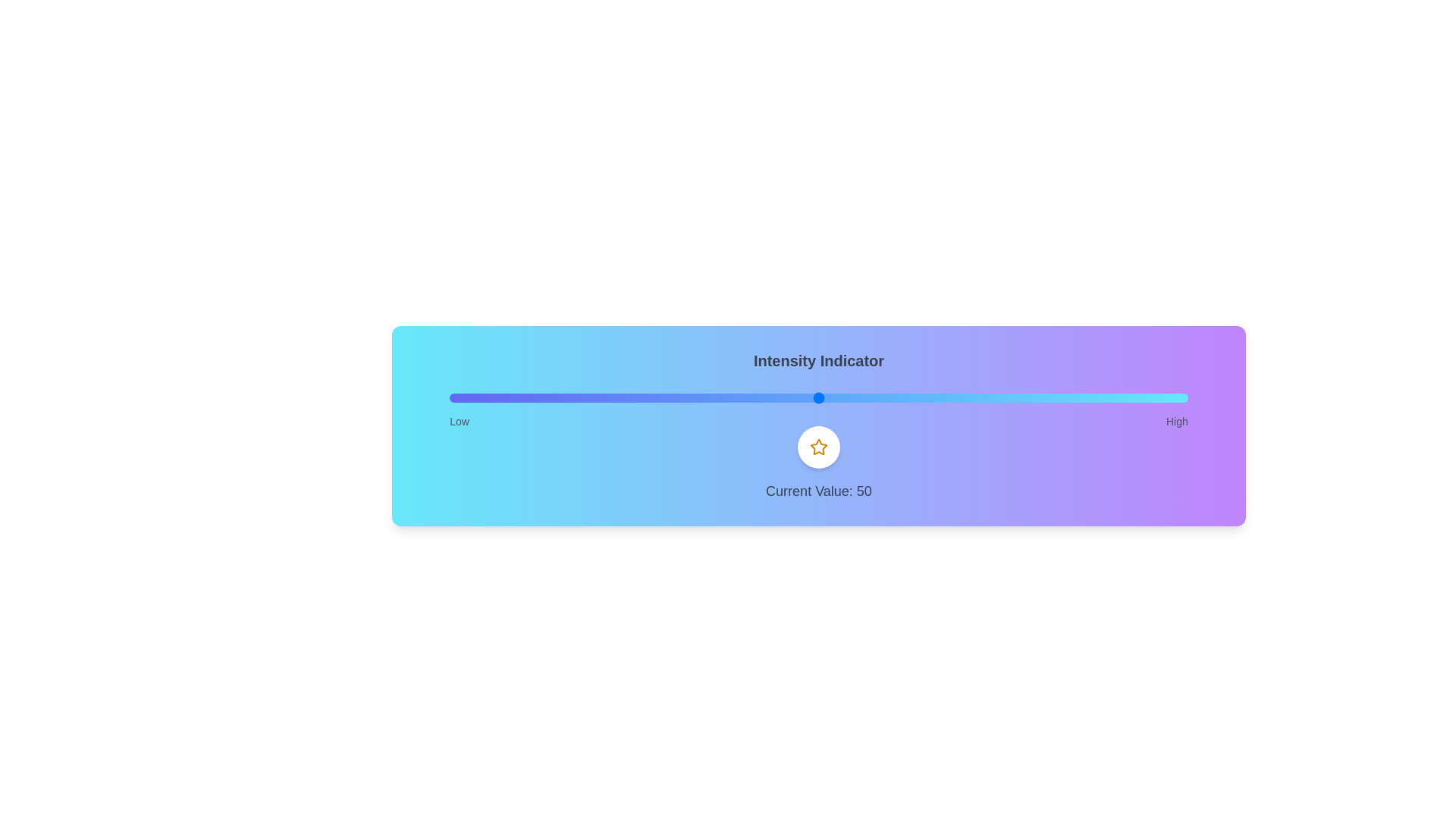 The width and height of the screenshot is (1456, 819). I want to click on the slider to set the intensity to 61, so click(900, 397).